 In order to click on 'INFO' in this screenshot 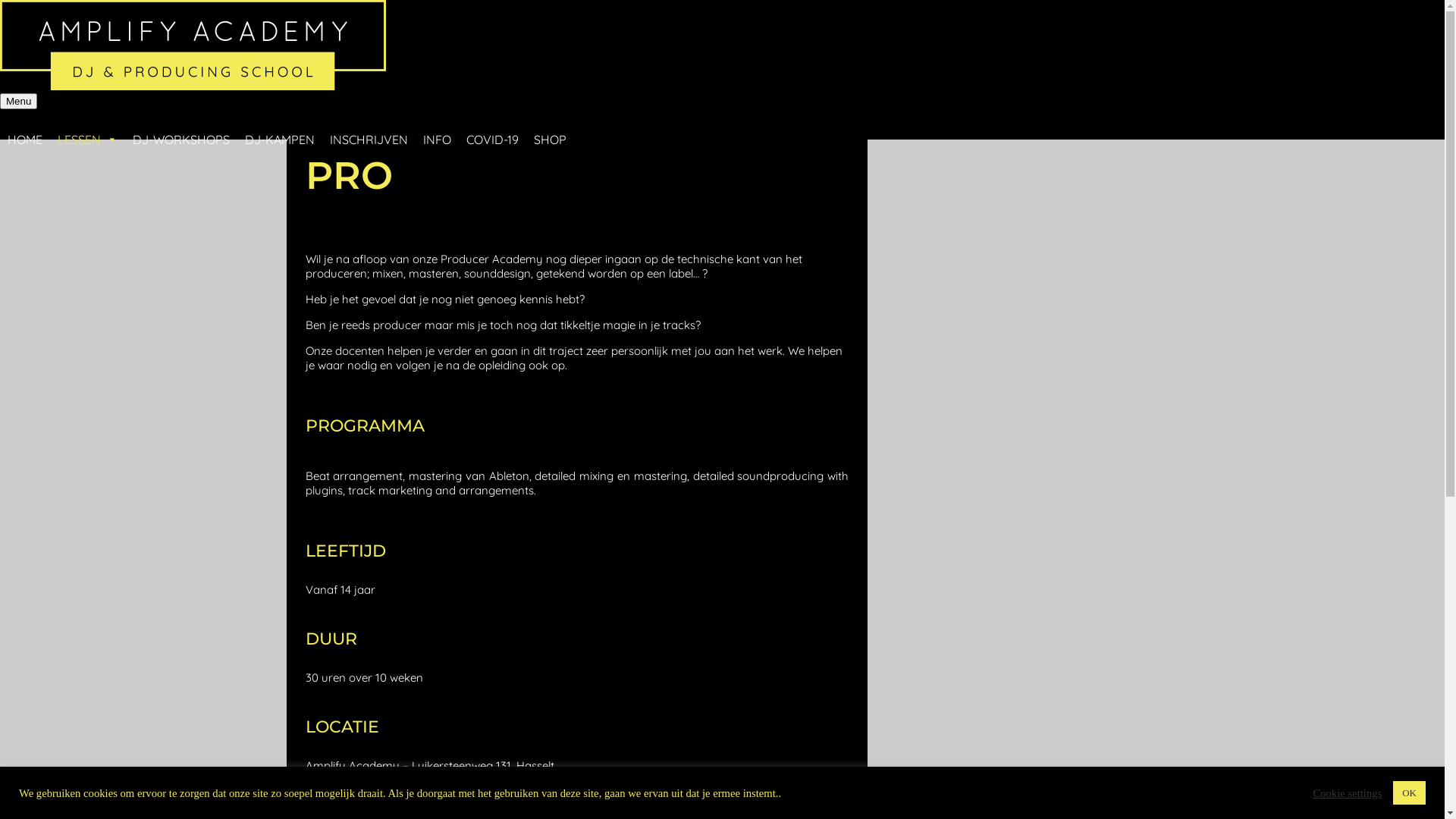, I will do `click(436, 124)`.